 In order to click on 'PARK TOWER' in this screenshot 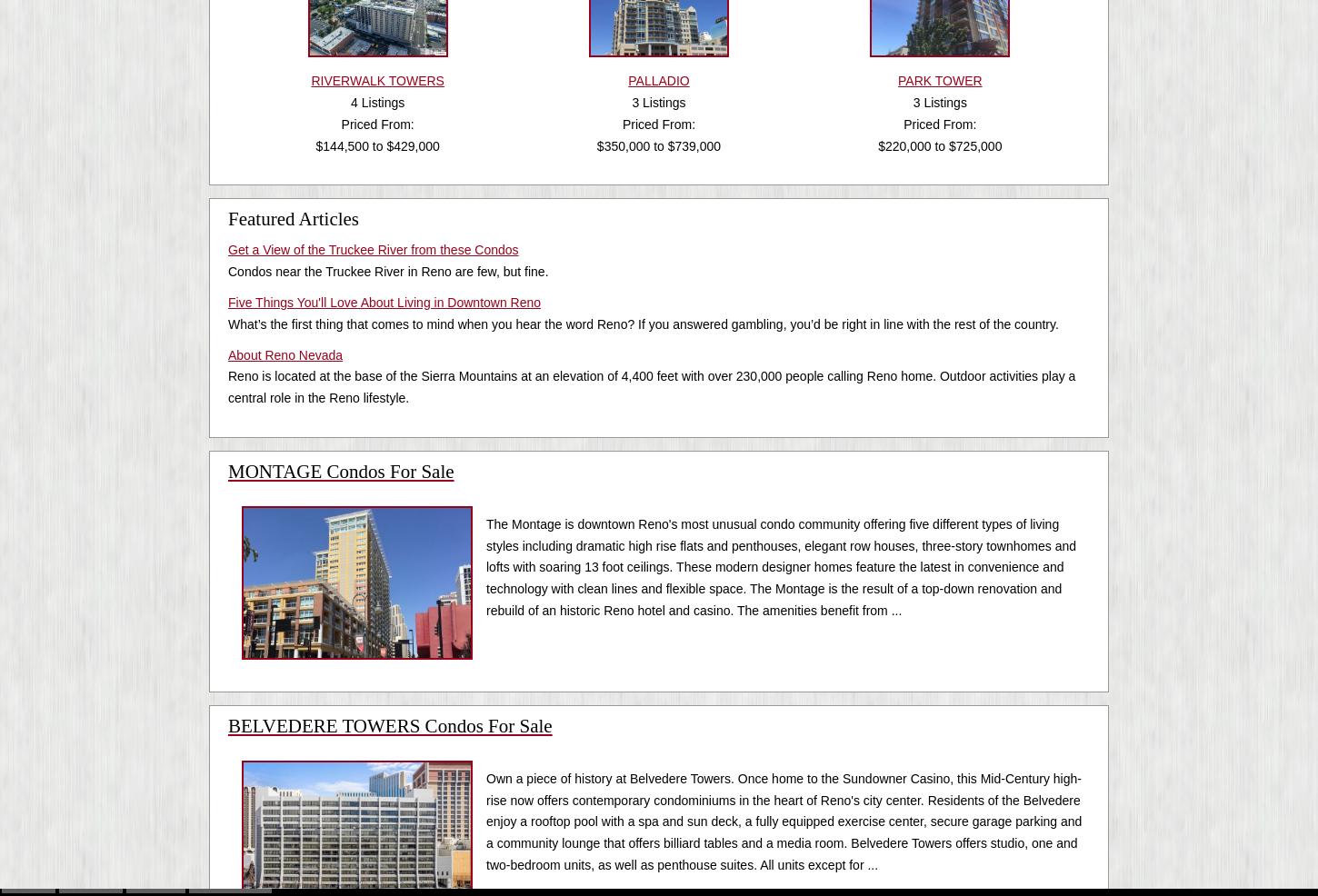, I will do `click(898, 81)`.